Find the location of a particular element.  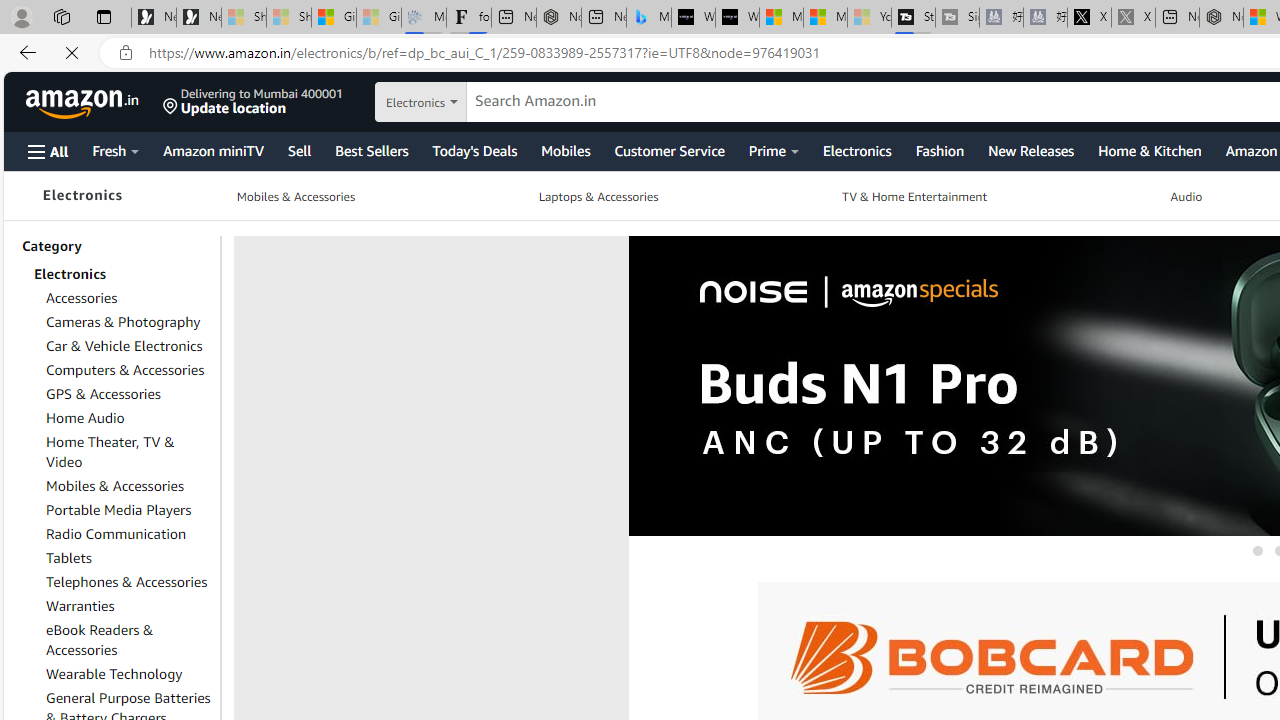

'Fresh' is located at coordinates (114, 149).